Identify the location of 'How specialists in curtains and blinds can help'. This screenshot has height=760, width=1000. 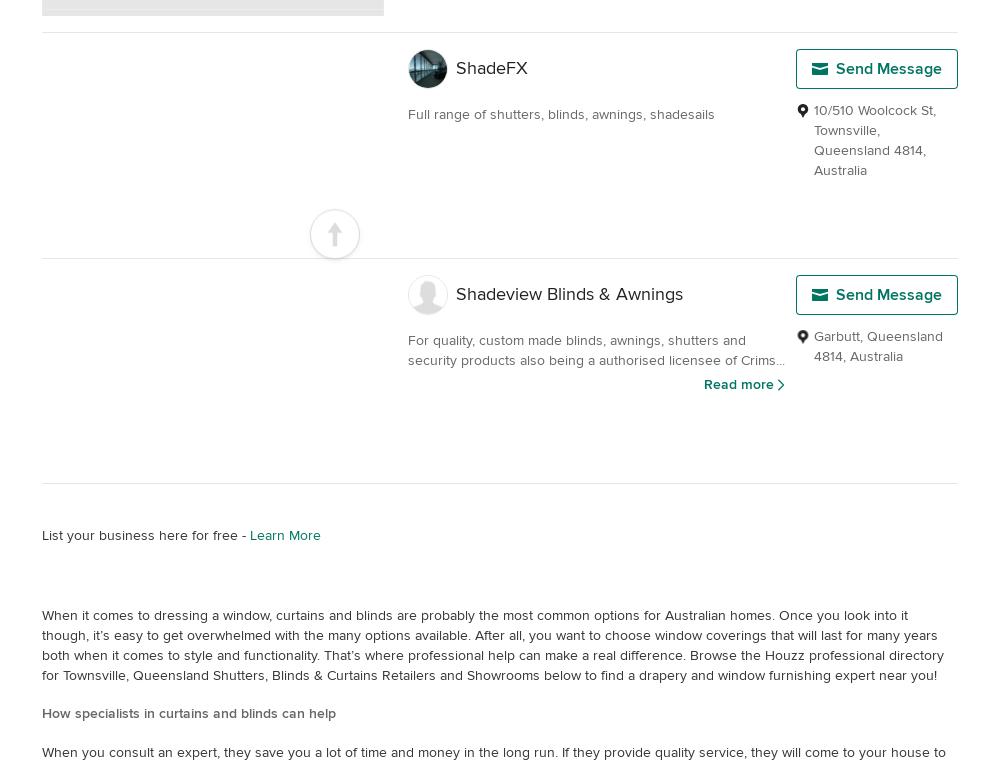
(42, 713).